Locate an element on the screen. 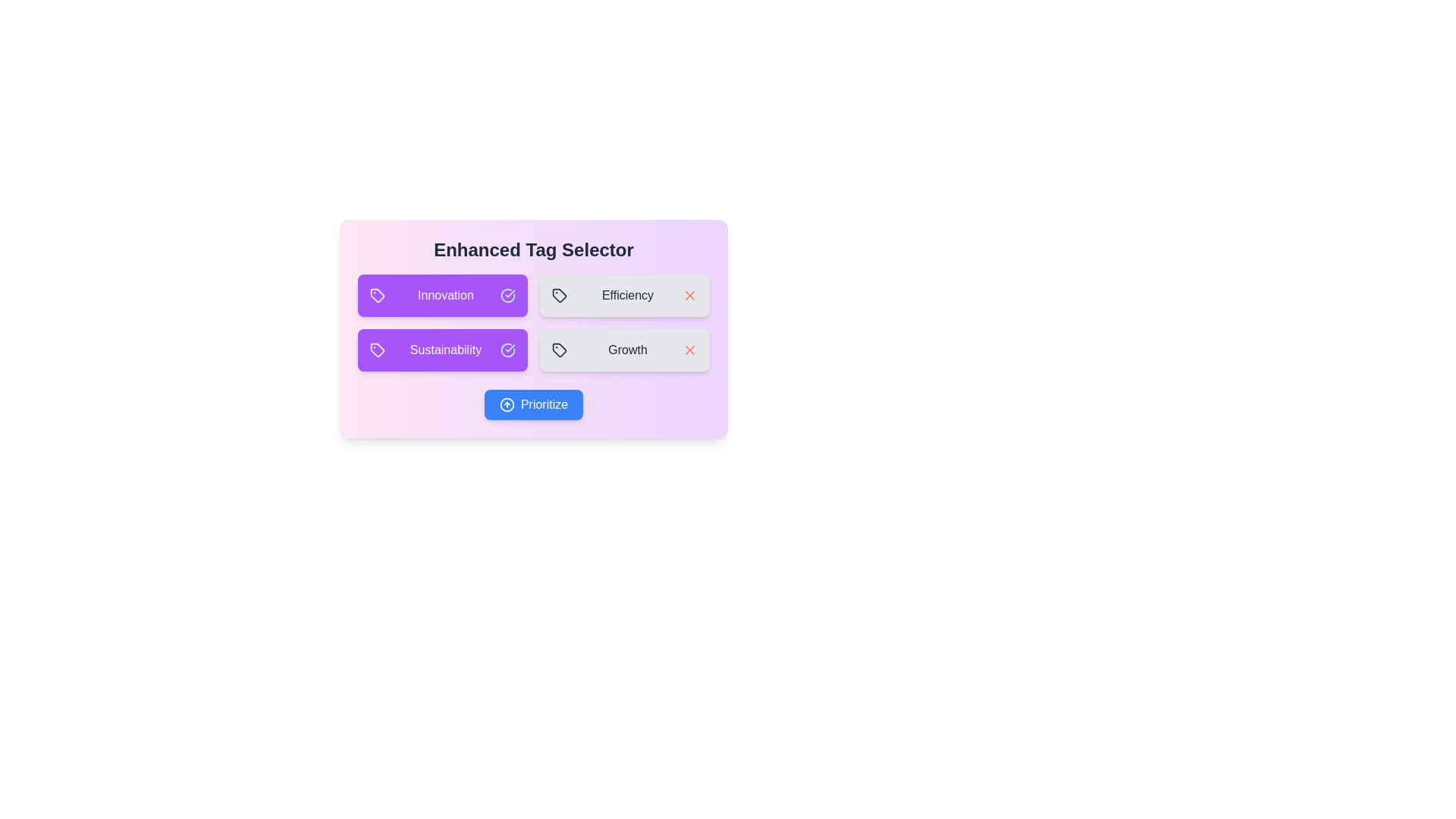 Image resolution: width=1456 pixels, height=819 pixels. the Growth to observe its hover effect is located at coordinates (625, 350).